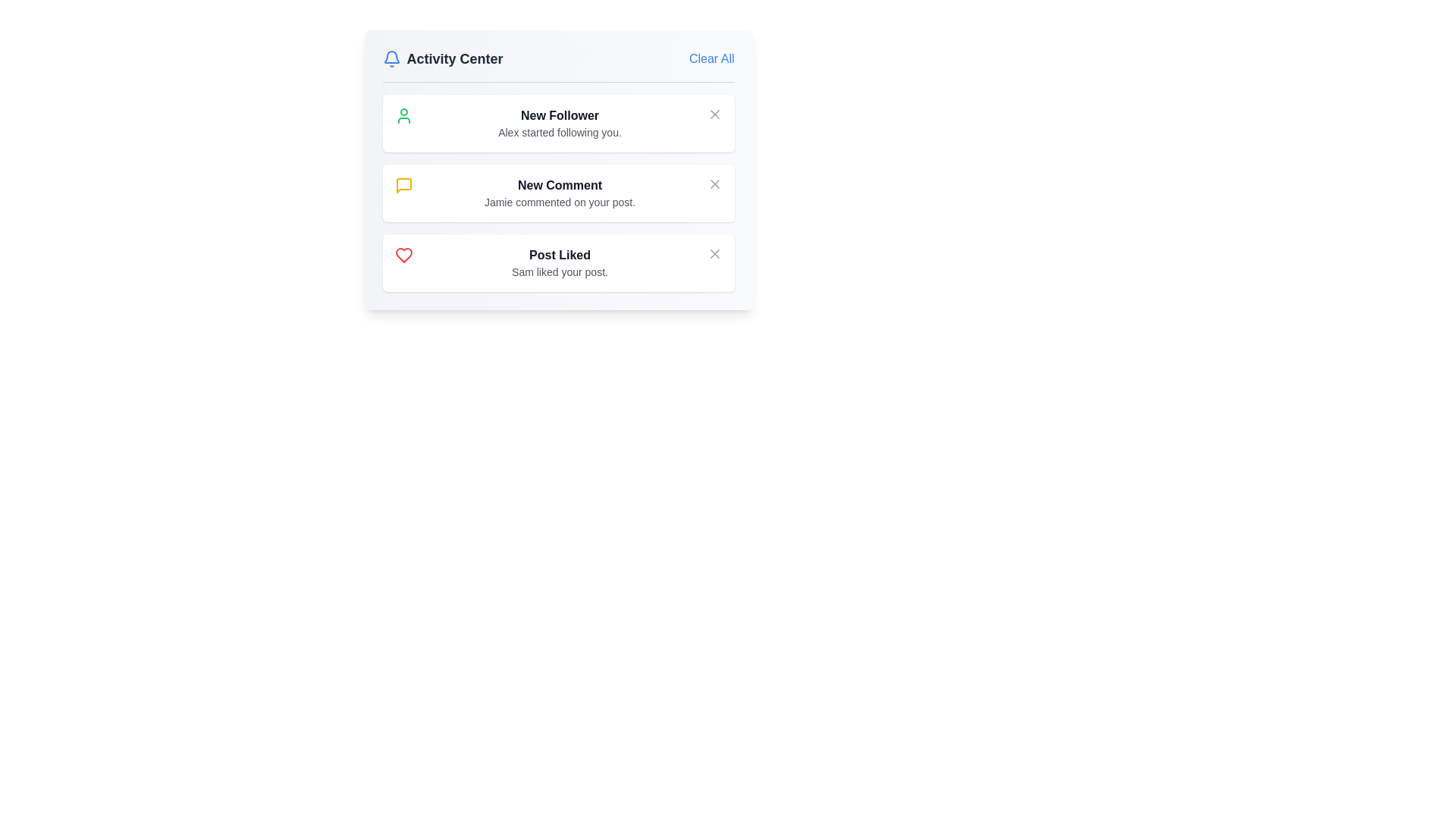 The image size is (1456, 819). Describe the element at coordinates (559, 115) in the screenshot. I see `information displayed on the Text Label indicating a new follower event, which is positioned above the text 'Alex started following you.' in the first notification card of the 'Activity Center' interface` at that location.